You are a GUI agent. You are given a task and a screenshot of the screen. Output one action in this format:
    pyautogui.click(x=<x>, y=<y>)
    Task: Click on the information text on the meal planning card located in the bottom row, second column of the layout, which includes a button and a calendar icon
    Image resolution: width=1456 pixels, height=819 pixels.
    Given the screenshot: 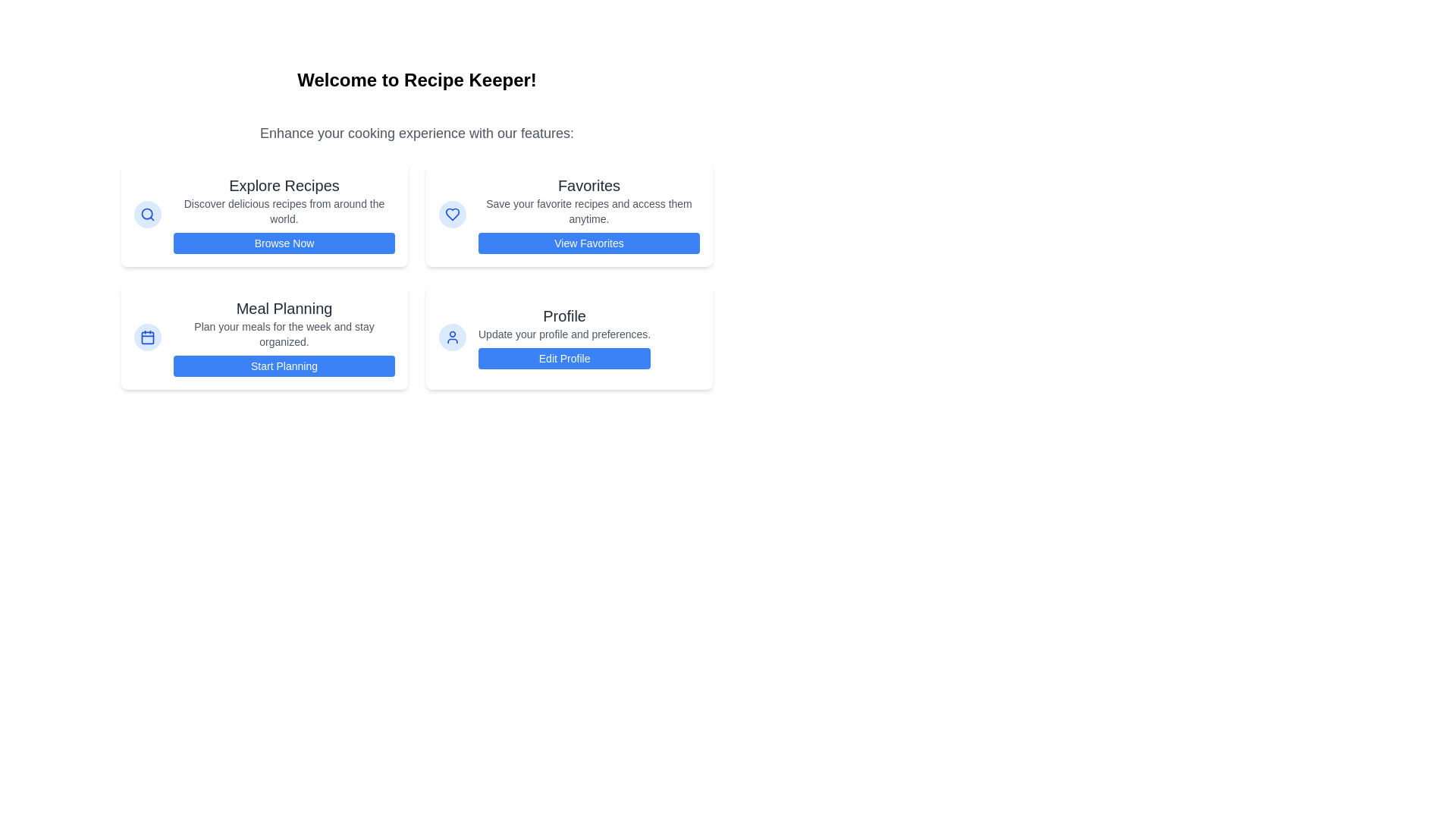 What is the action you would take?
    pyautogui.click(x=284, y=336)
    